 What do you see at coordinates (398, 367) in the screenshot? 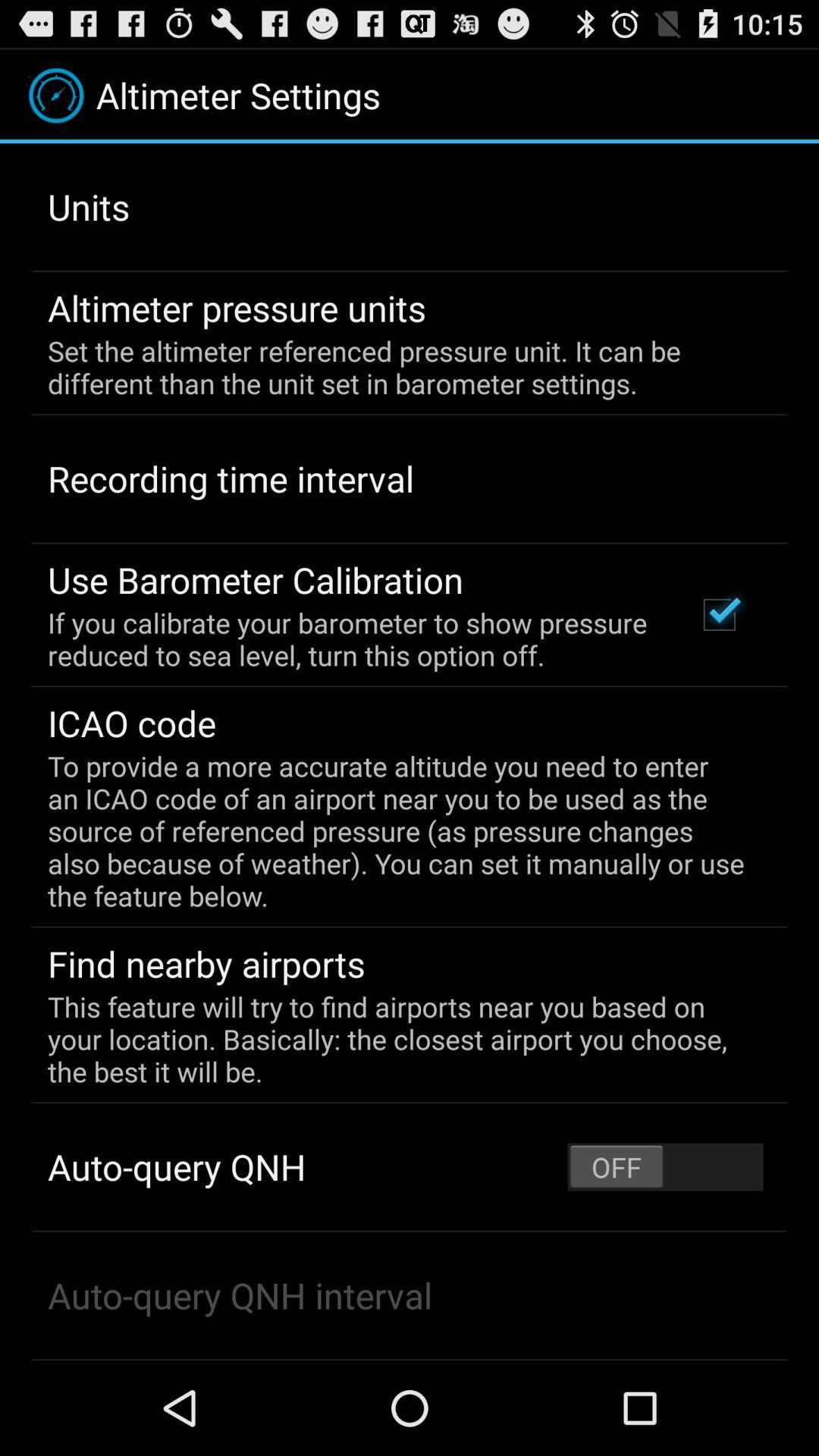
I see `the set the altimeter app` at bounding box center [398, 367].